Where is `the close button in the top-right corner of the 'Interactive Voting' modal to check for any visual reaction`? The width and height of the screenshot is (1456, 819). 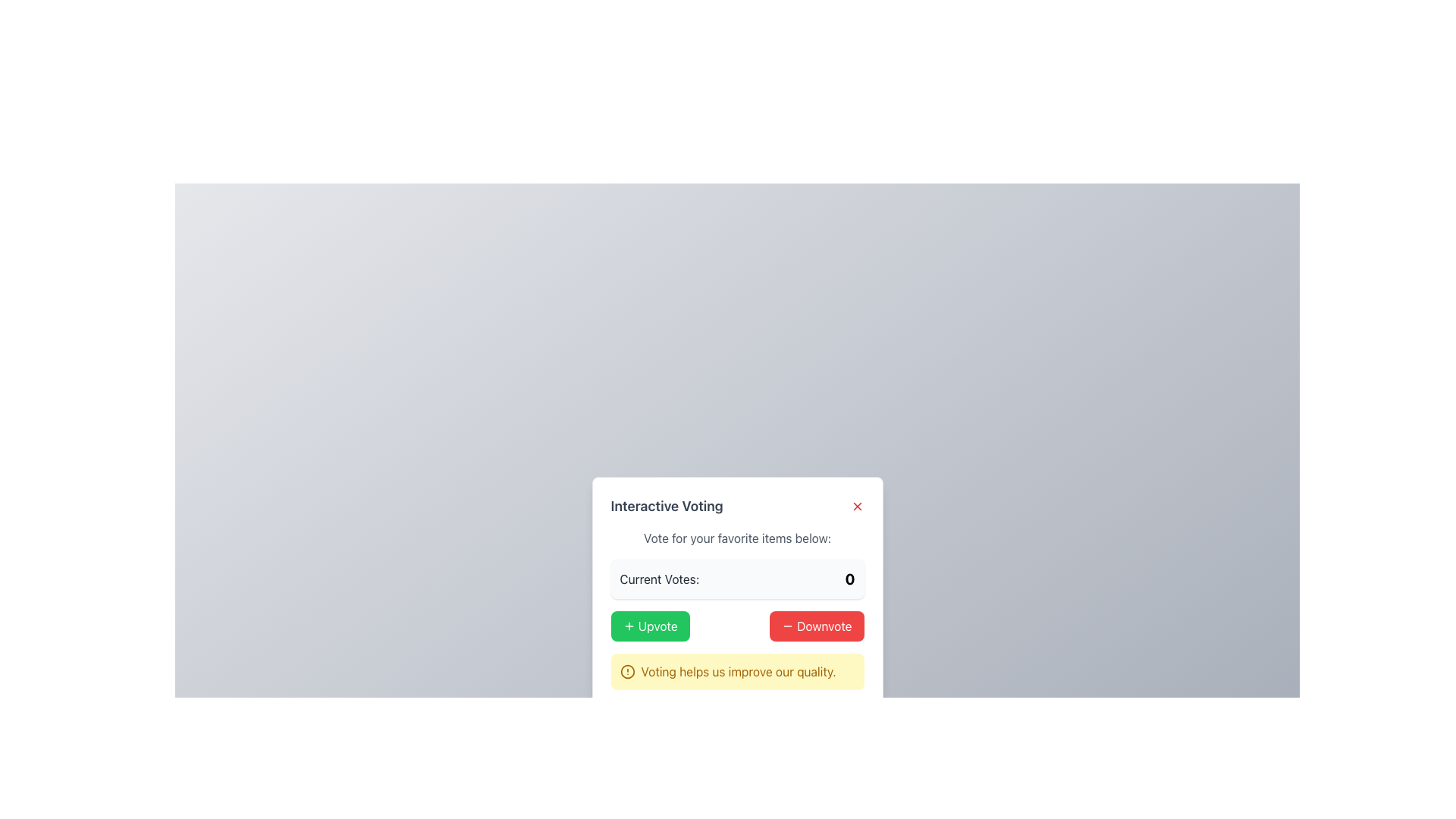
the close button in the top-right corner of the 'Interactive Voting' modal to check for any visual reaction is located at coordinates (857, 506).